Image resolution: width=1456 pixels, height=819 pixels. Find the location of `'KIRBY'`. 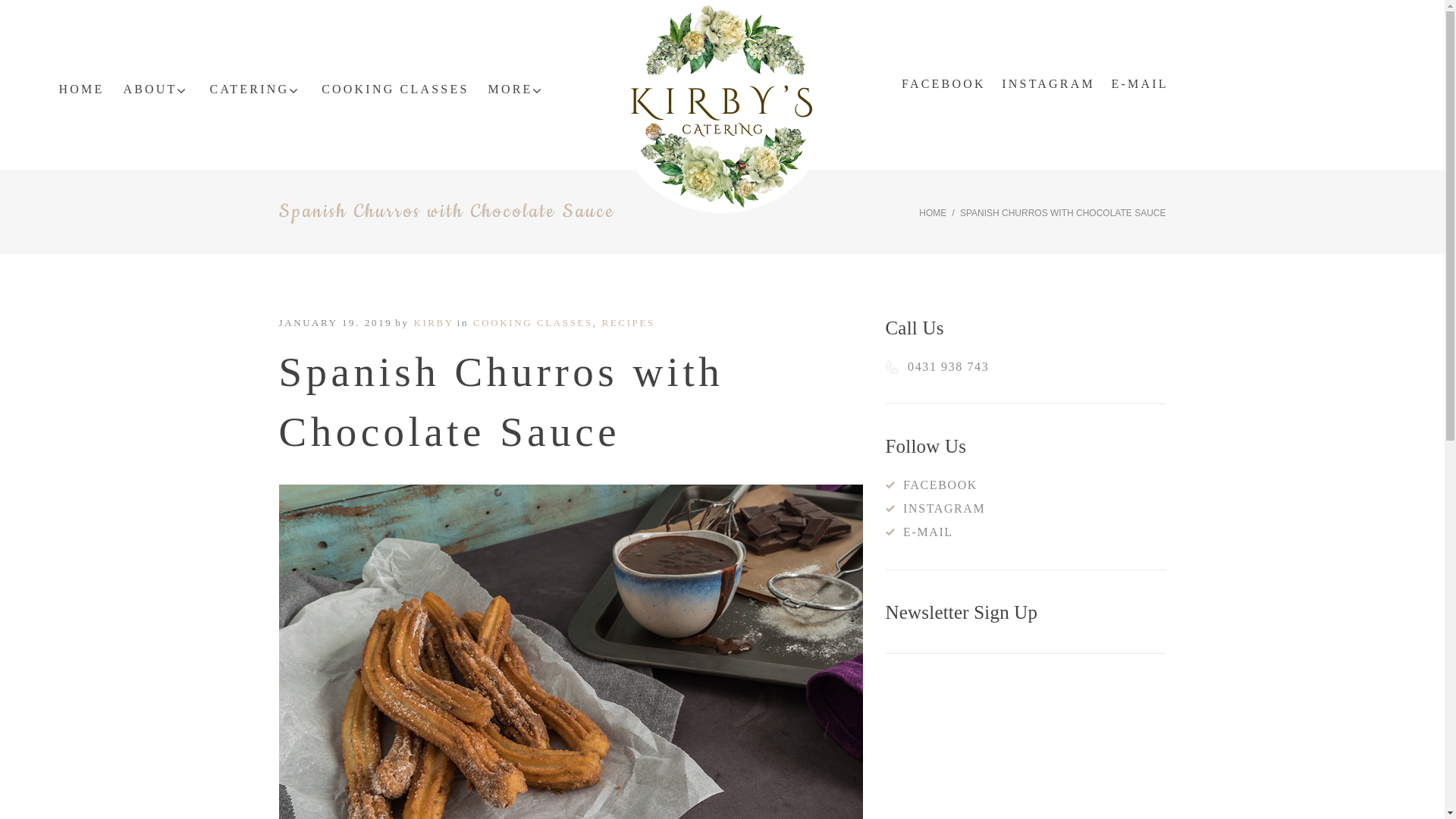

'KIRBY' is located at coordinates (432, 322).